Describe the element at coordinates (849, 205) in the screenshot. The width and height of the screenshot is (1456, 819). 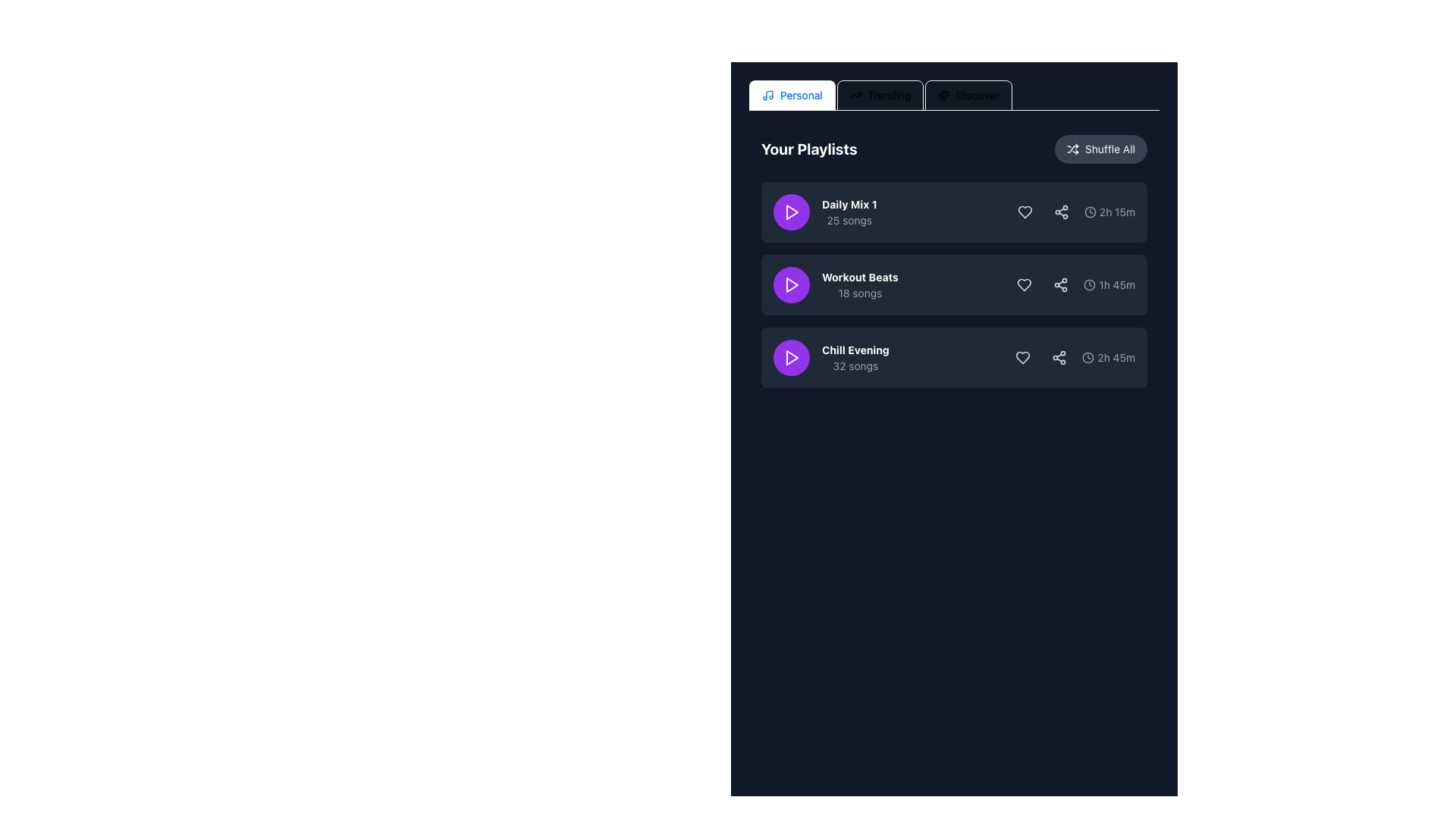
I see `text label displaying the title of the playlist, positioned to the right of the play button and above the '25 songs' text under 'Your Playlists'` at that location.